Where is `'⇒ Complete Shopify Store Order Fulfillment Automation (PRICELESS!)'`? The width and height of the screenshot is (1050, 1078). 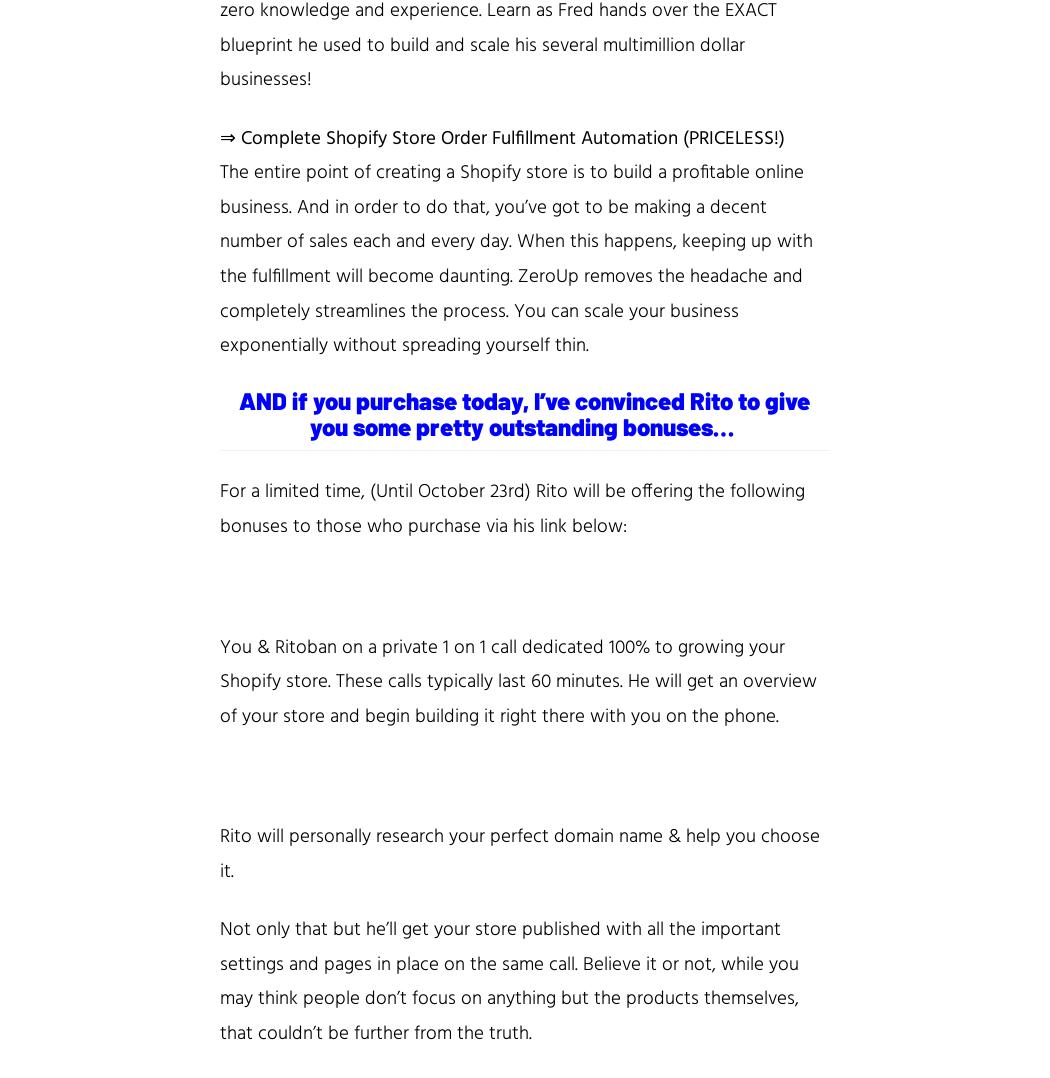
'⇒ Complete Shopify Store Order Fulfillment Automation (PRICELESS!)' is located at coordinates (501, 137).